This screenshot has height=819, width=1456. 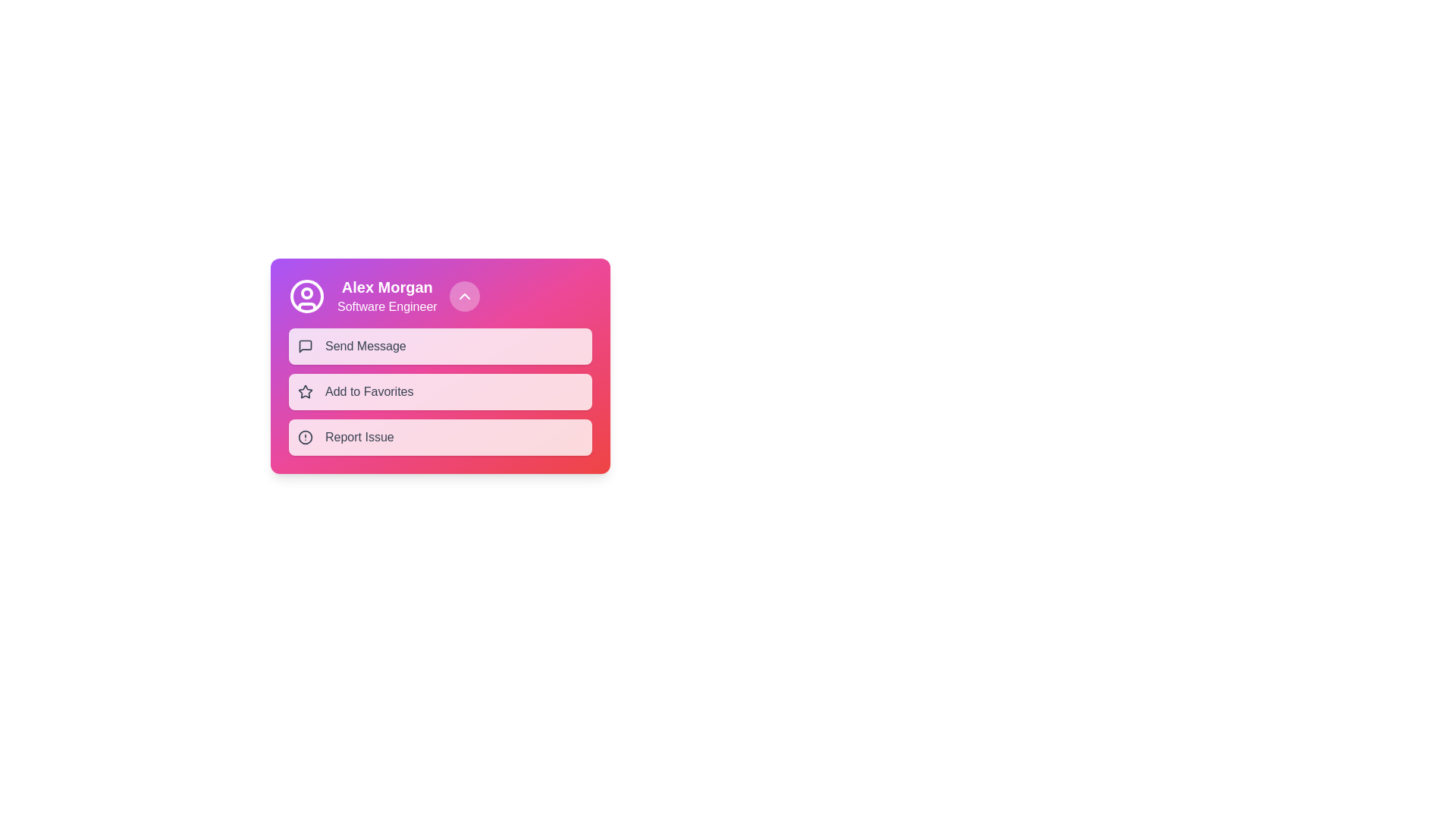 I want to click on displayed text in the Text Display located to the right of the avatar icon at the top-left corner of the panel with a gradient background, so click(x=387, y=296).